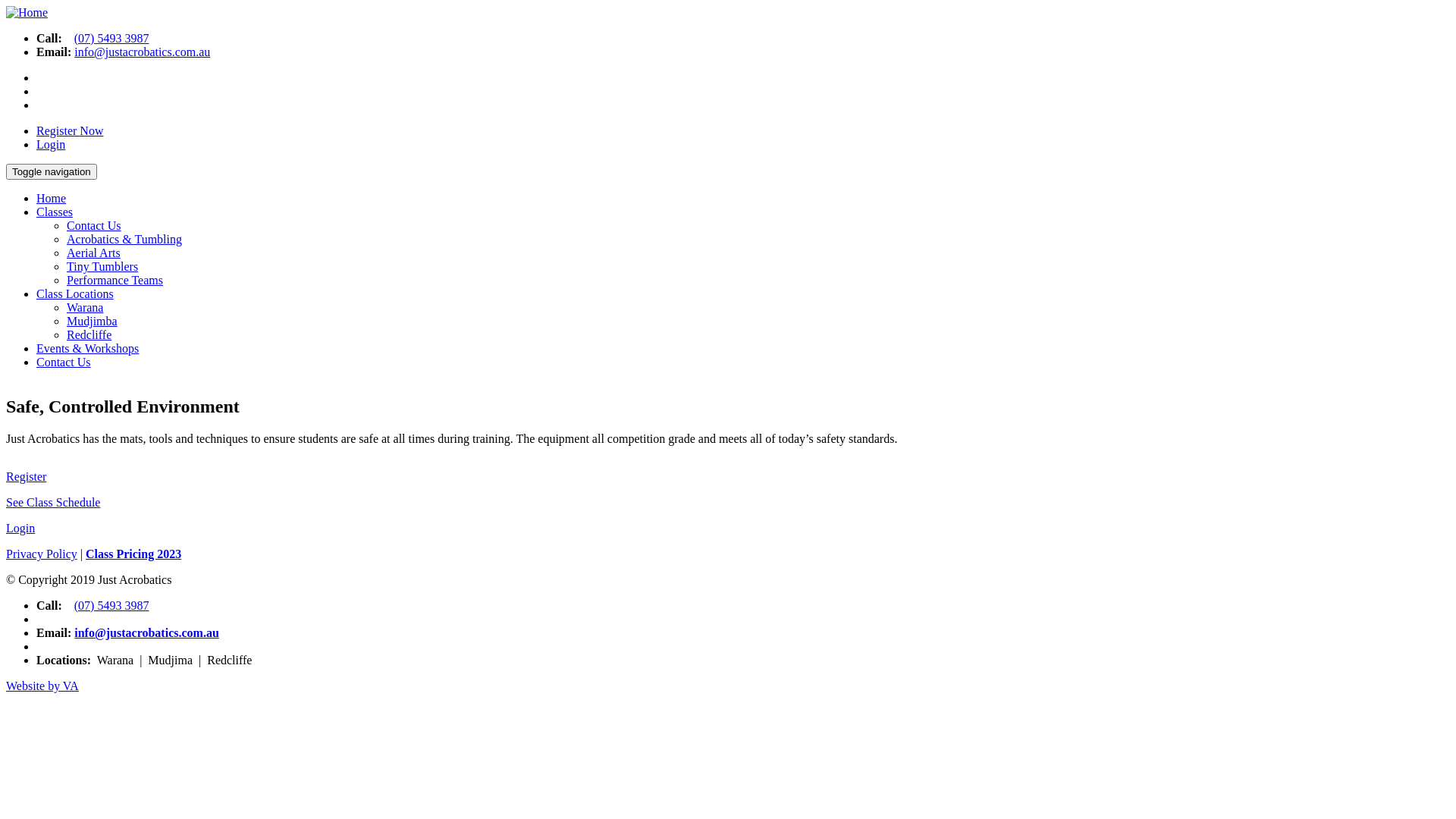 Image resolution: width=1456 pixels, height=819 pixels. I want to click on 'Register Now', so click(68, 130).